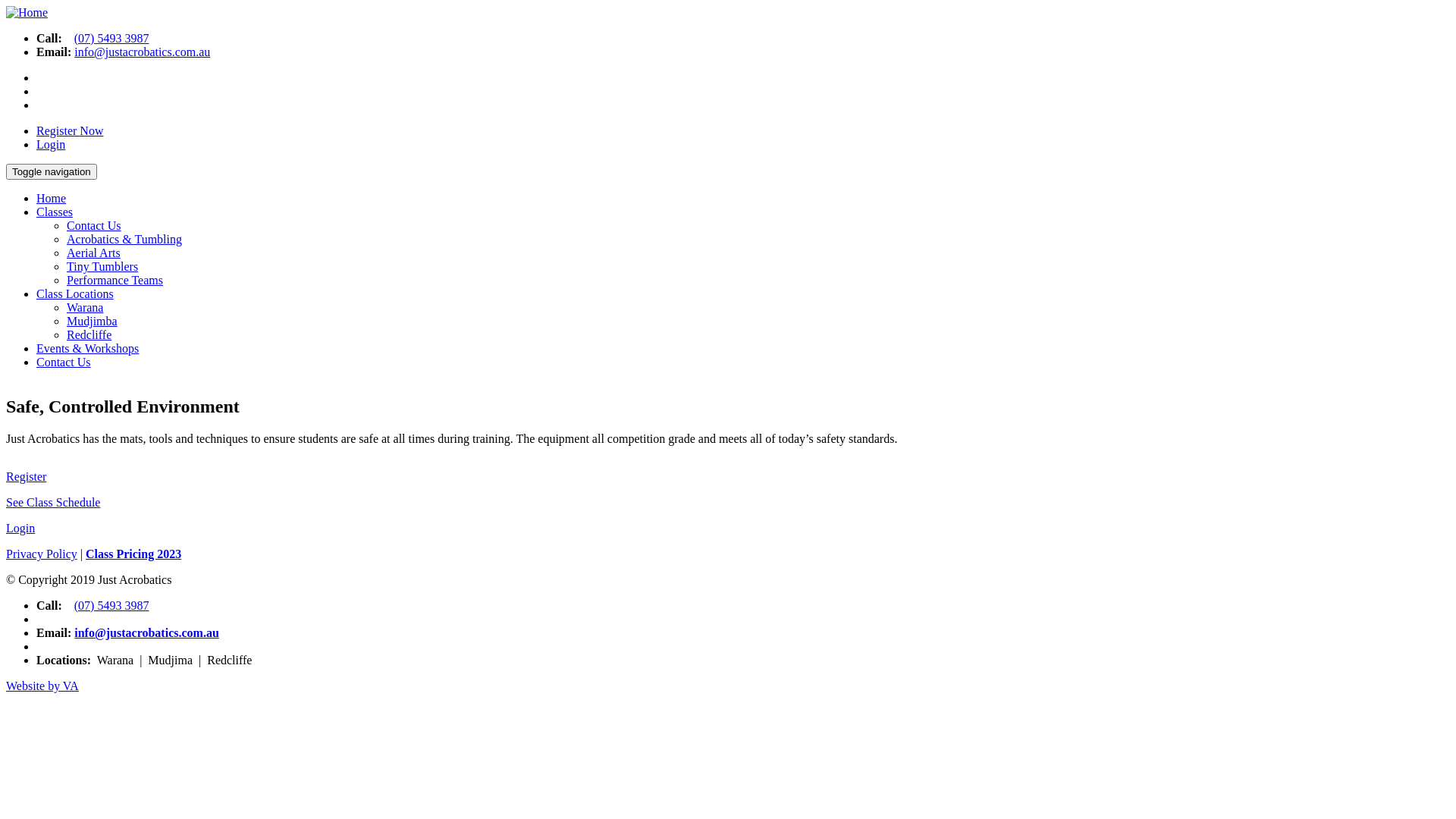 Image resolution: width=1456 pixels, height=819 pixels. I want to click on 'Register Now', so click(68, 130).